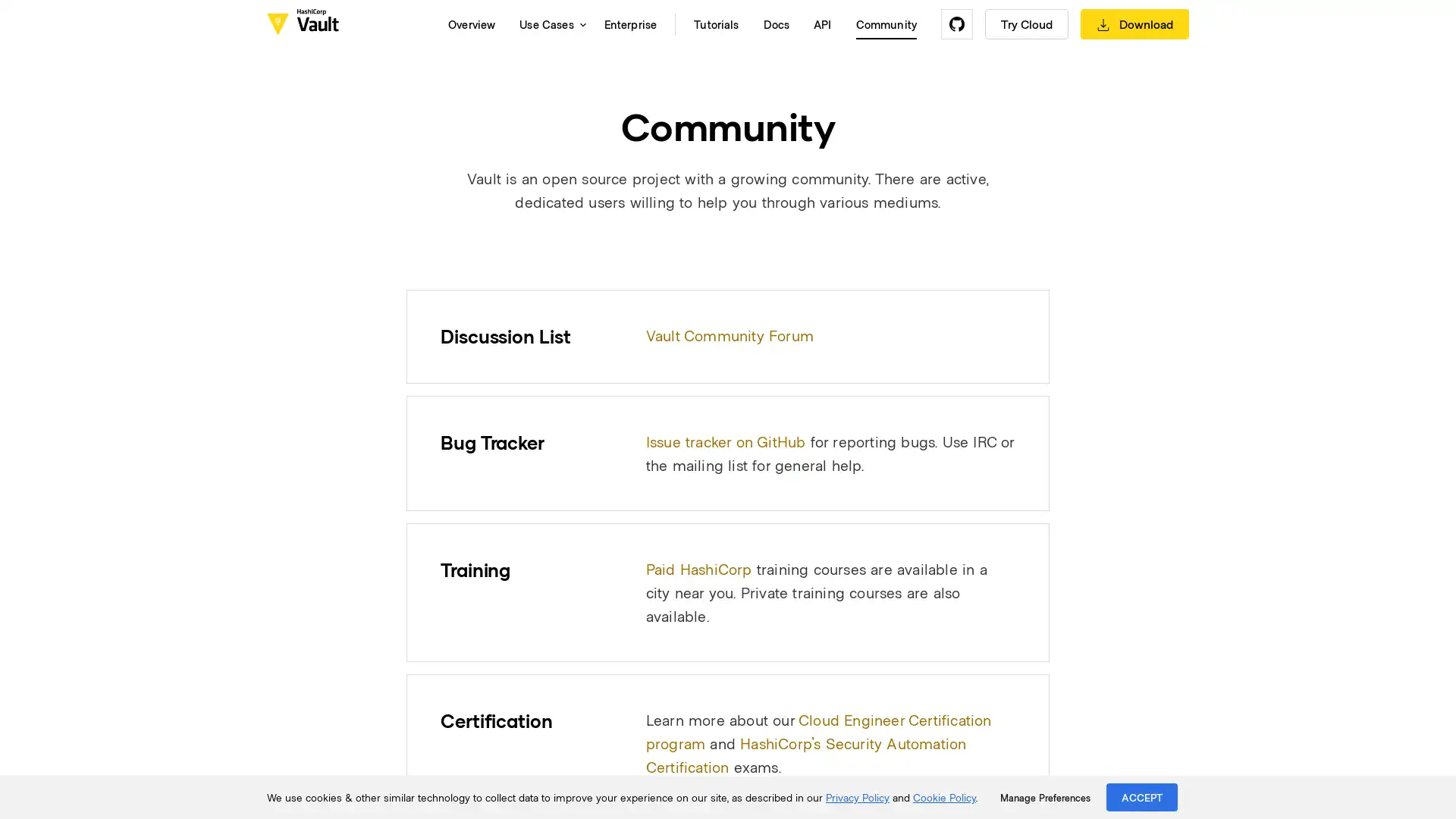 The height and width of the screenshot is (819, 1456). I want to click on Use Cases, so click(548, 24).